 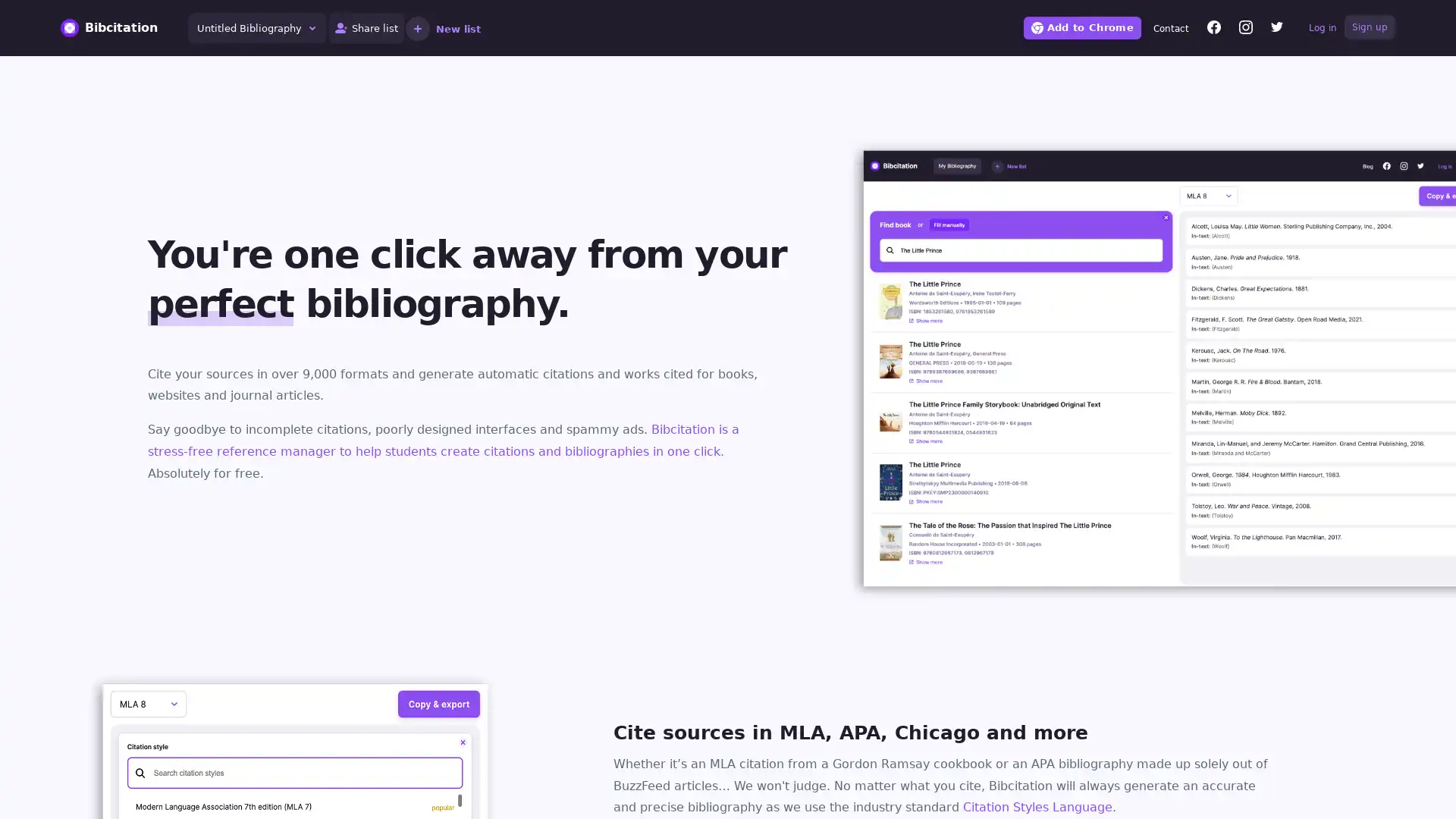 I want to click on New list, so click(x=442, y=28).